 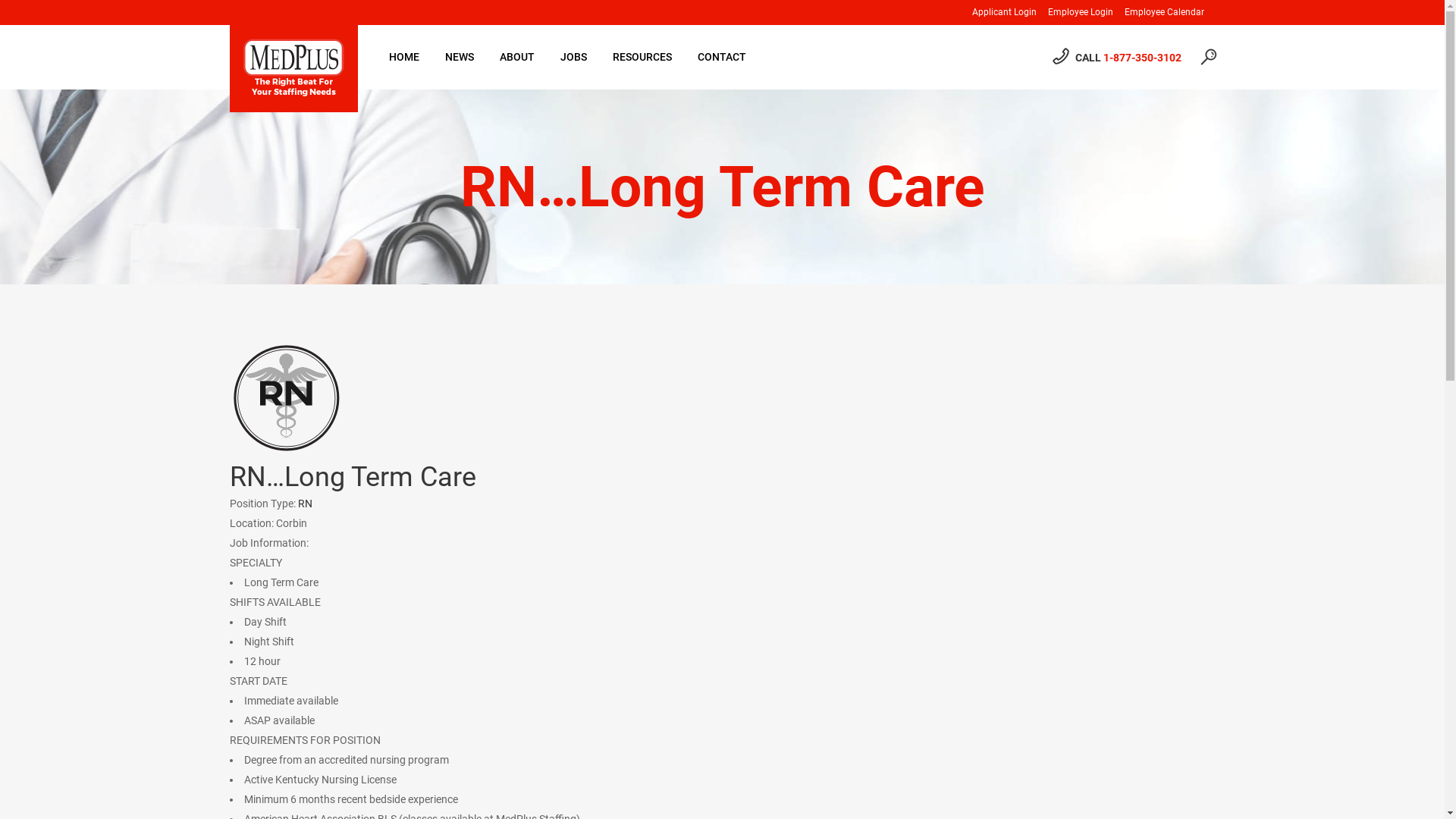 I want to click on 'ABOUT', so click(x=516, y=56).